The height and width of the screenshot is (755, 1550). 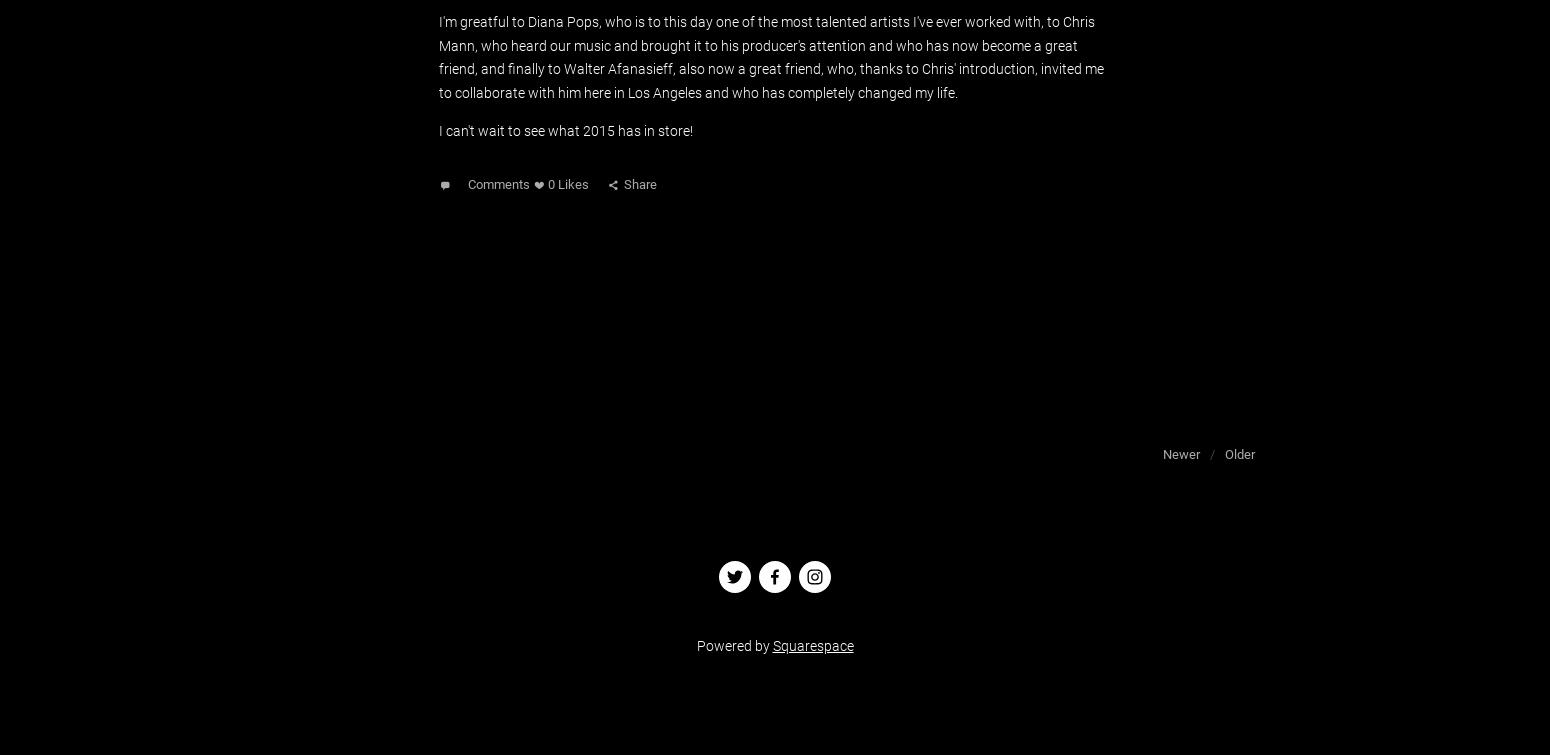 I want to click on 'Powered by', so click(x=733, y=643).